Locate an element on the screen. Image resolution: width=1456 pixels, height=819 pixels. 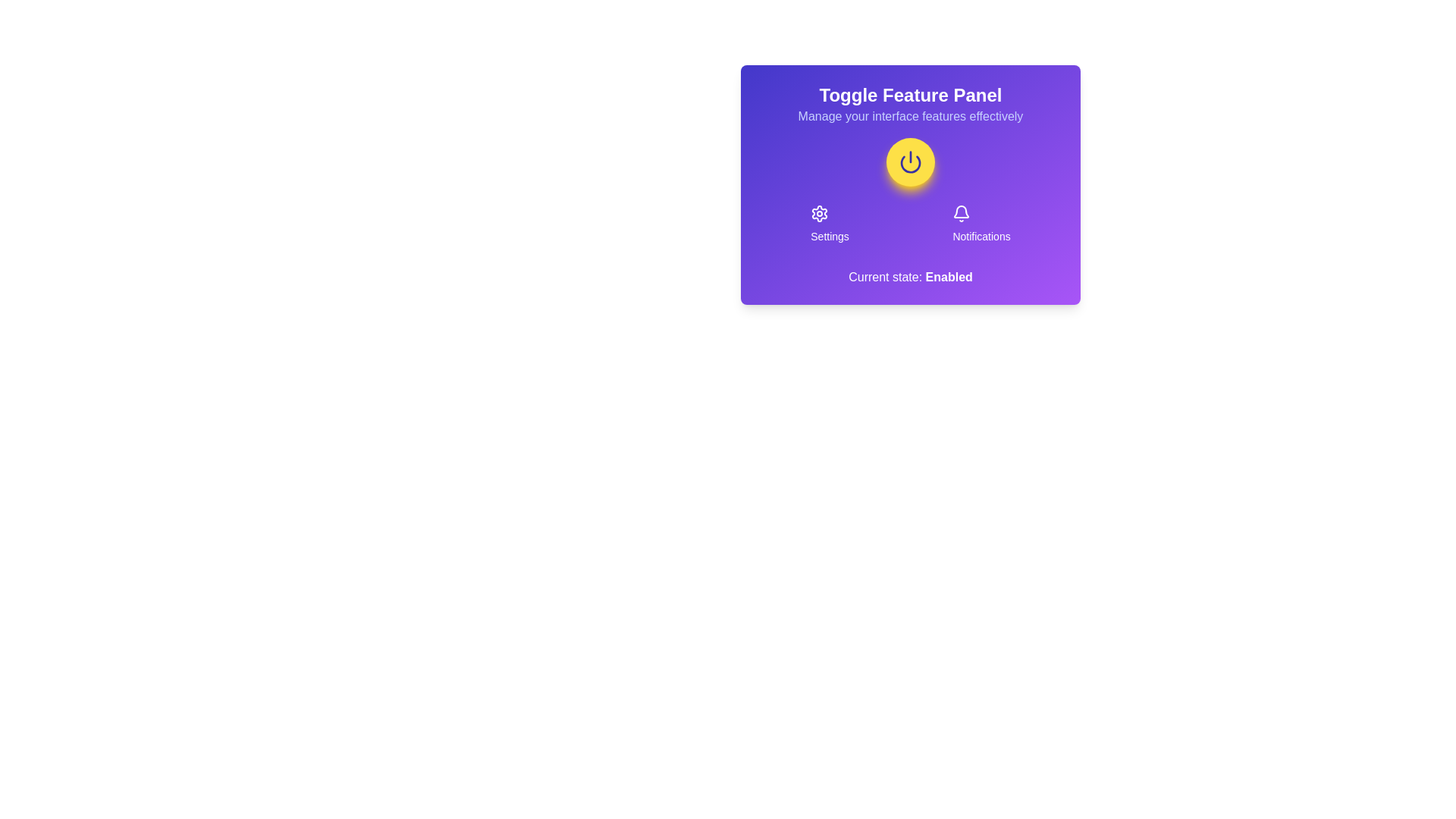
the title and subtitle text block at the top of the feature management panel to read the text is located at coordinates (910, 104).